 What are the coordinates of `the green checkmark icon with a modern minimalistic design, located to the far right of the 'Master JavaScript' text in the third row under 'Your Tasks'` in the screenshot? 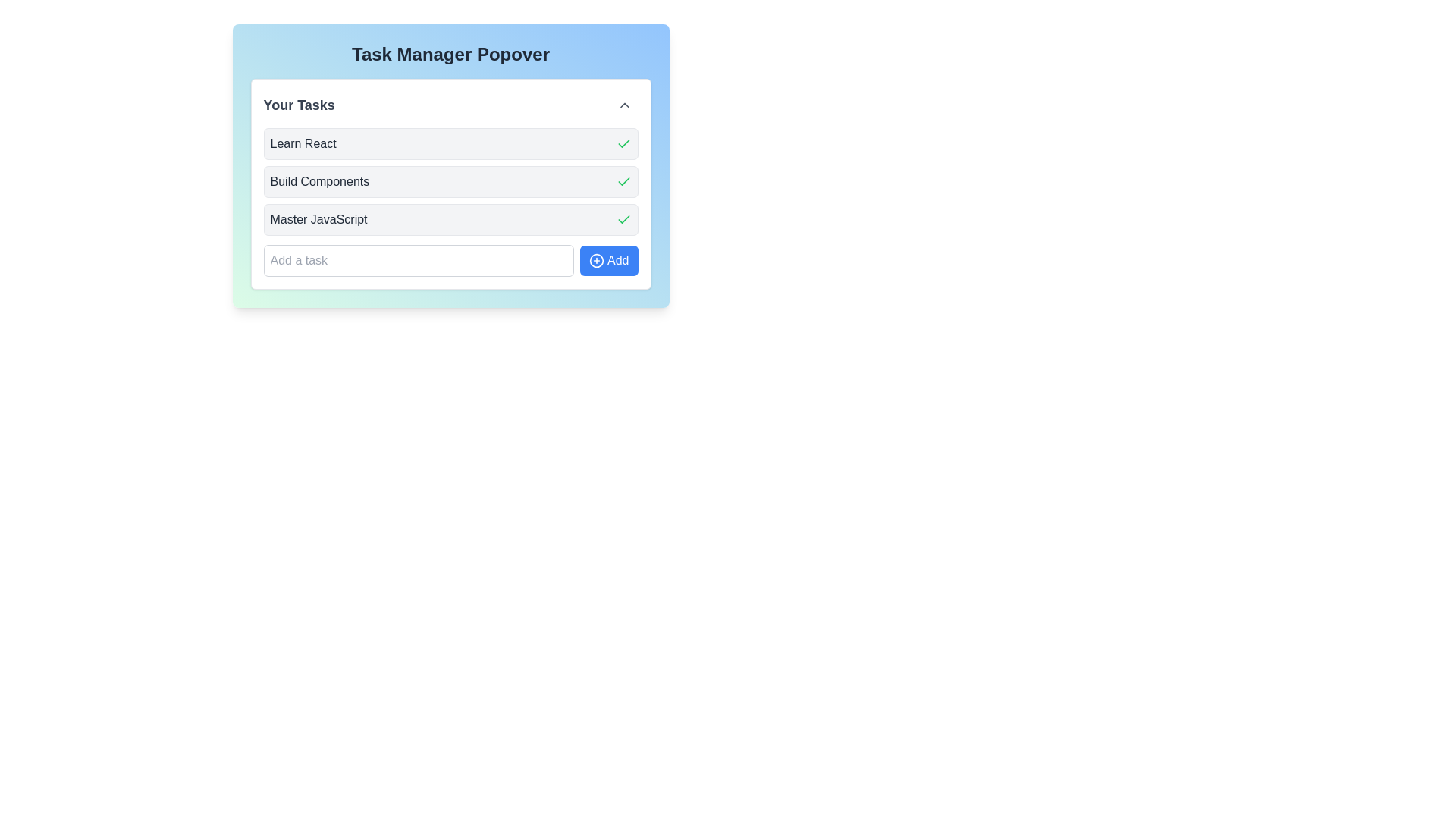 It's located at (623, 219).